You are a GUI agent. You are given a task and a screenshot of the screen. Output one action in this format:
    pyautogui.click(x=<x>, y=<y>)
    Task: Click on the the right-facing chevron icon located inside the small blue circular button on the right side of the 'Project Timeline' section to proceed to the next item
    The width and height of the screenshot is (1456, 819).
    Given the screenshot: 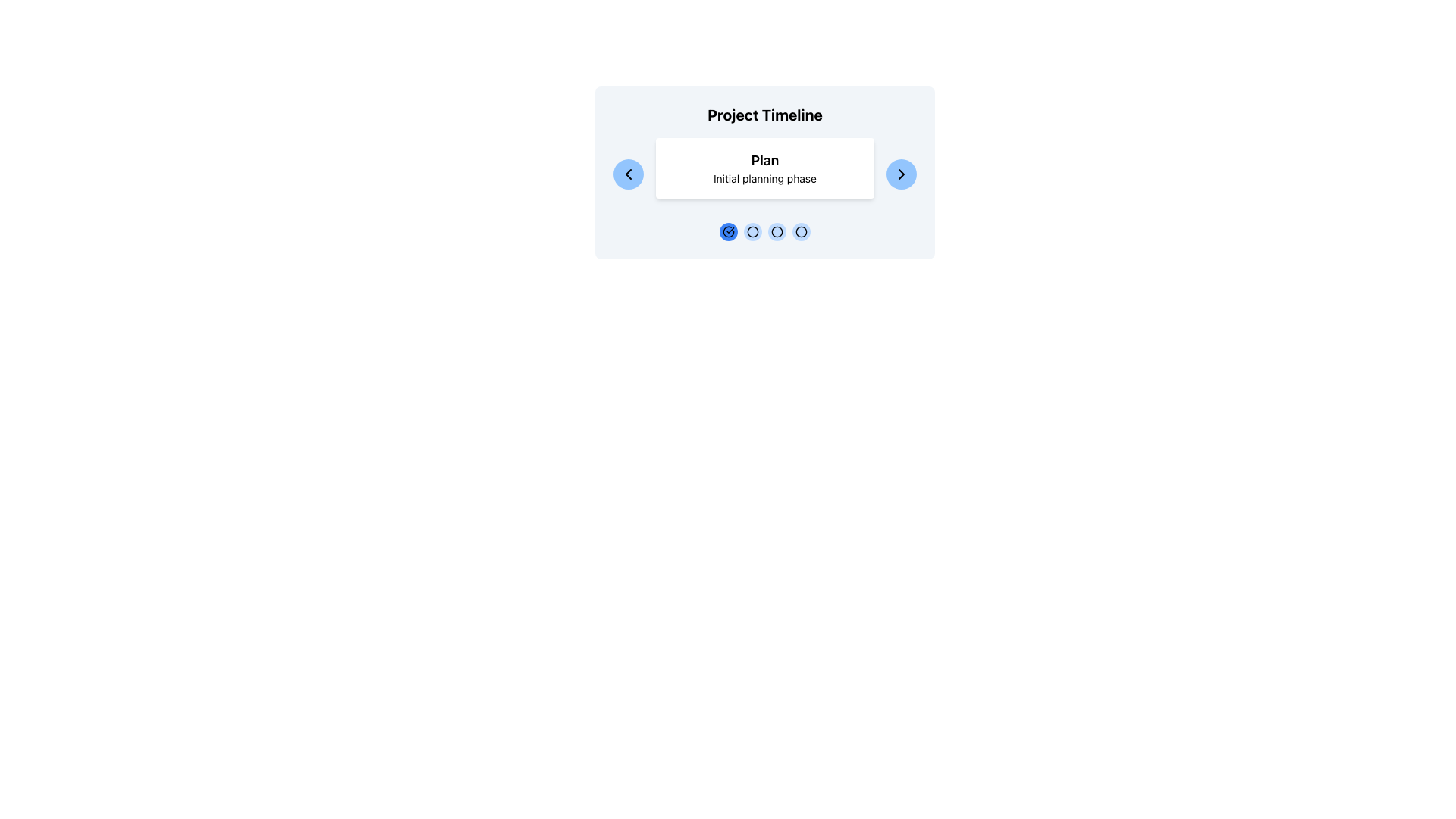 What is the action you would take?
    pyautogui.click(x=902, y=174)
    